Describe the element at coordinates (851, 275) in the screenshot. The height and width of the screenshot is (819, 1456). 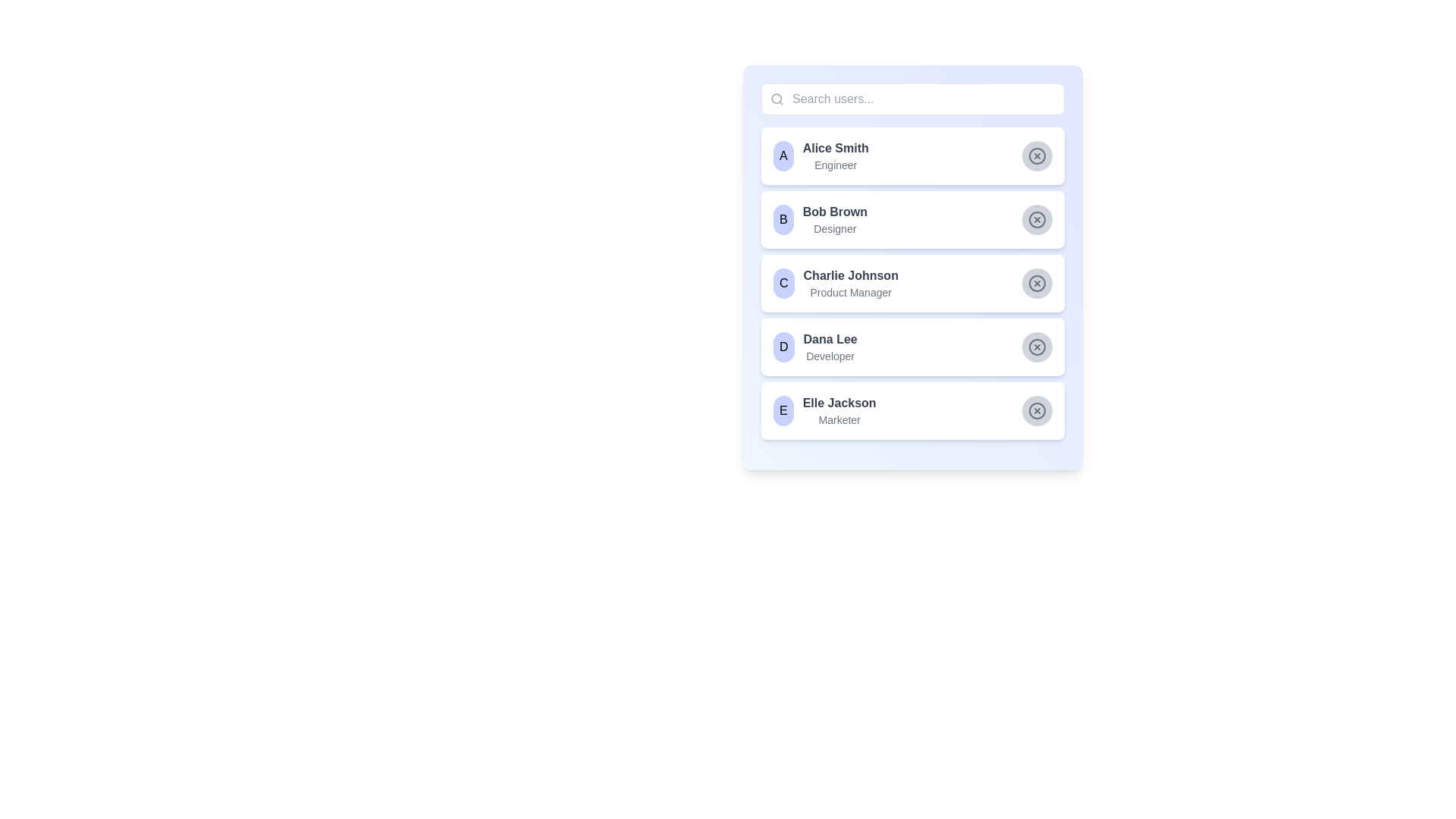
I see `the text label displaying the name of a user or contact in the user directory, located above the text 'Product Manager'` at that location.